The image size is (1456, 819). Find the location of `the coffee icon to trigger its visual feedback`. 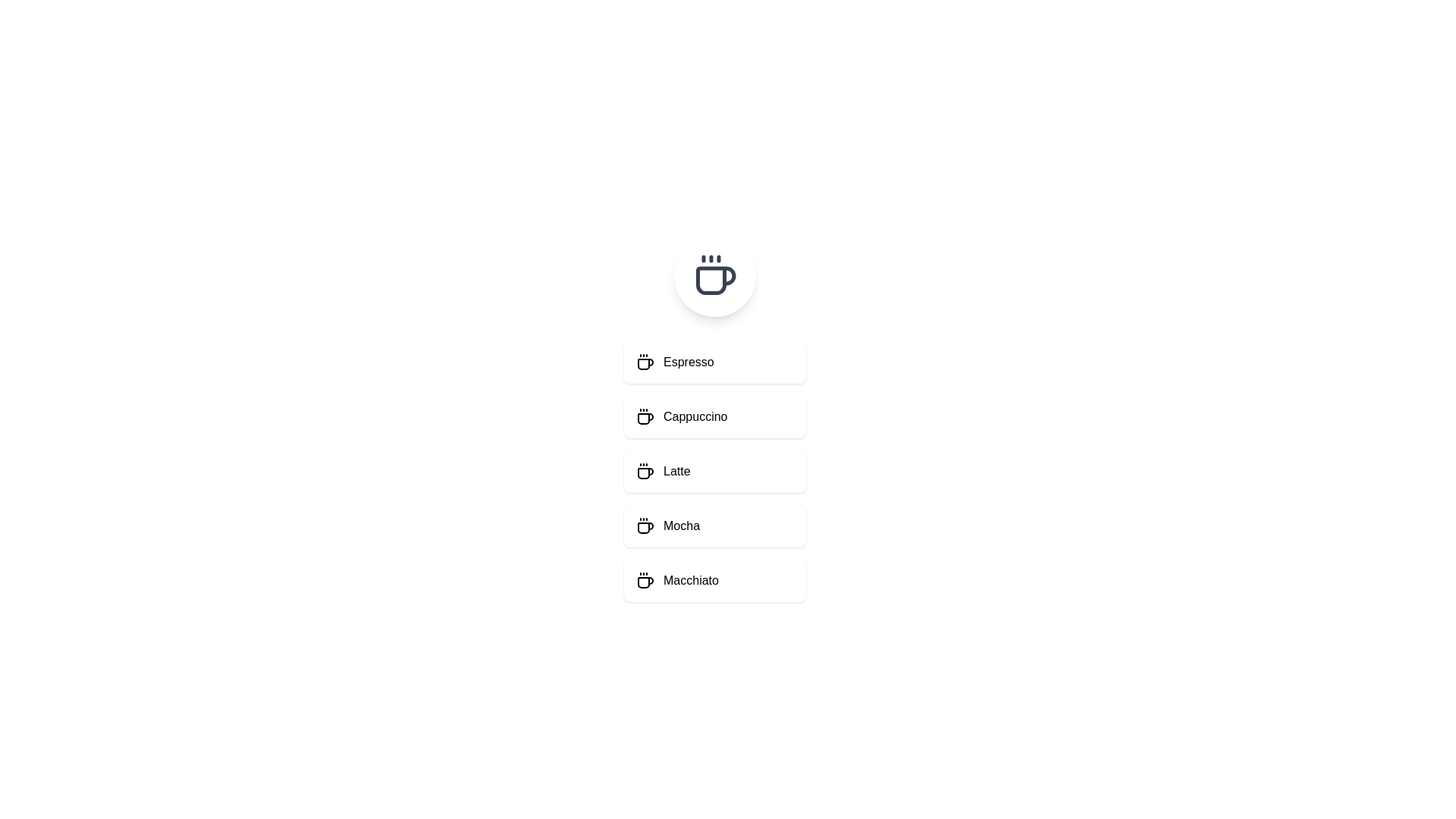

the coffee icon to trigger its visual feedback is located at coordinates (714, 275).